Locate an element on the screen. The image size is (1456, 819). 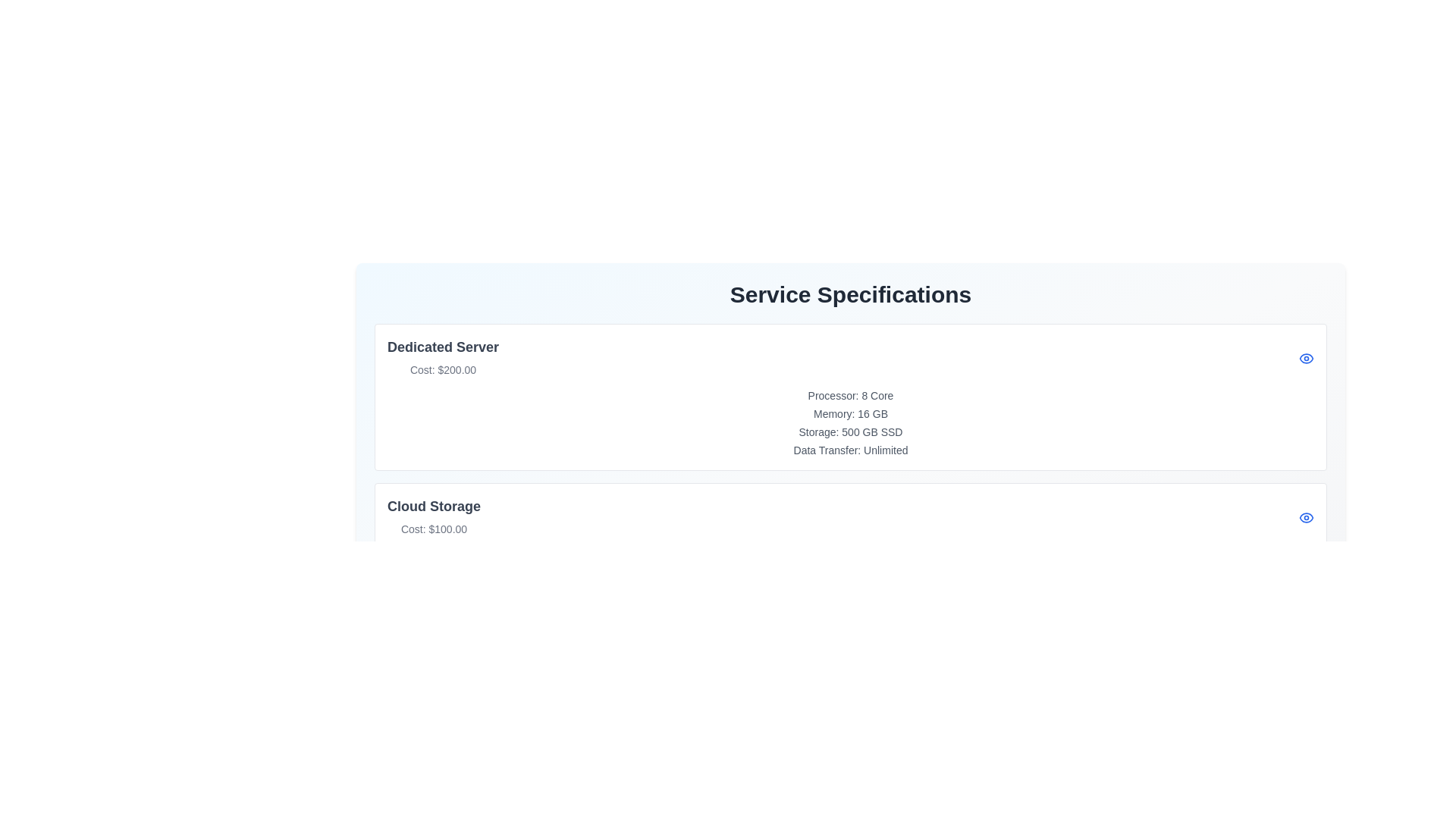
the second item in the specifications list labeled '16 GB' under the 'Dedicated Server' section is located at coordinates (851, 414).